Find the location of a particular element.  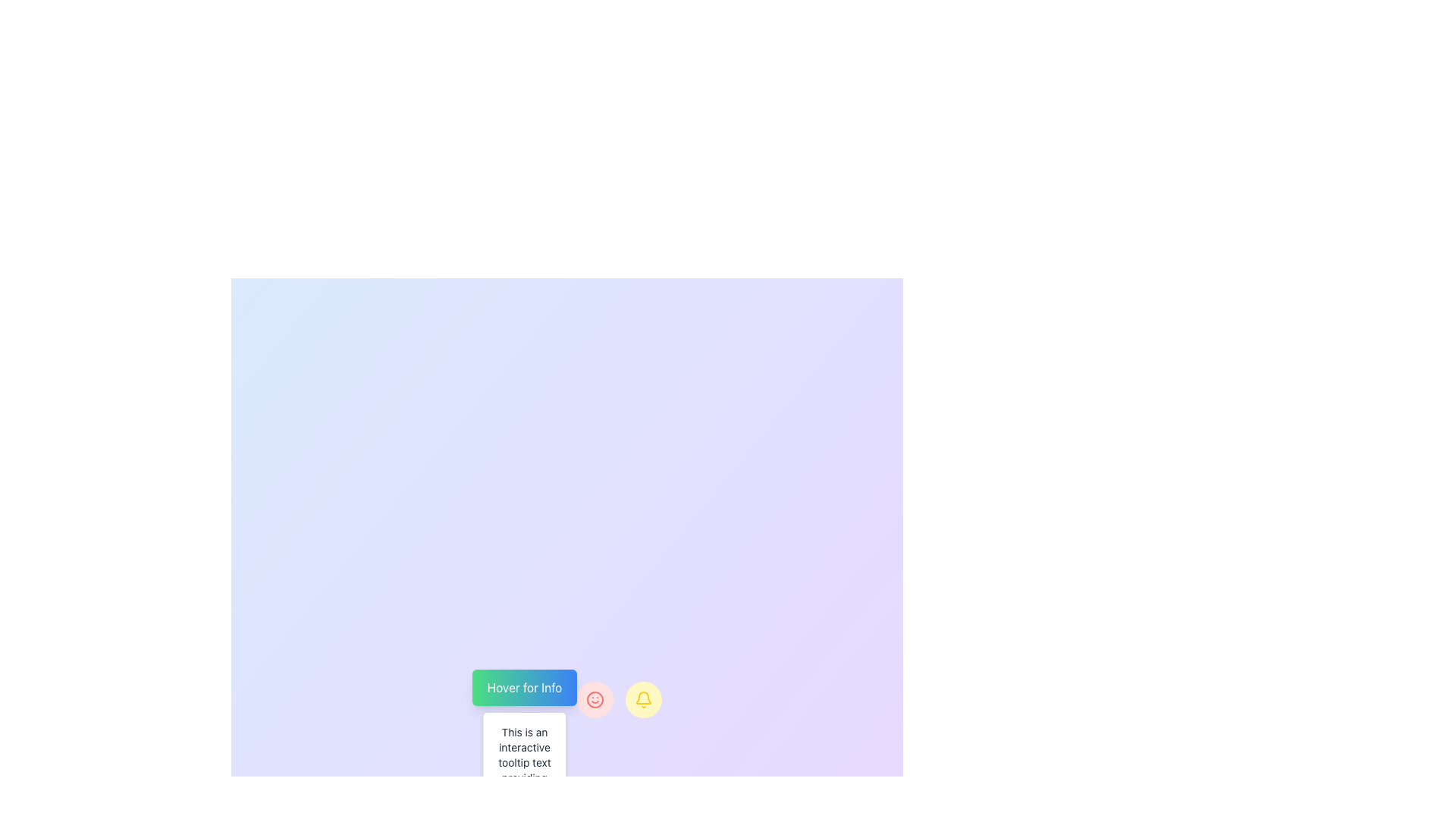

the yellow bell-shaped notification icon located at the bottom-right corner of the interface for additional options is located at coordinates (644, 698).